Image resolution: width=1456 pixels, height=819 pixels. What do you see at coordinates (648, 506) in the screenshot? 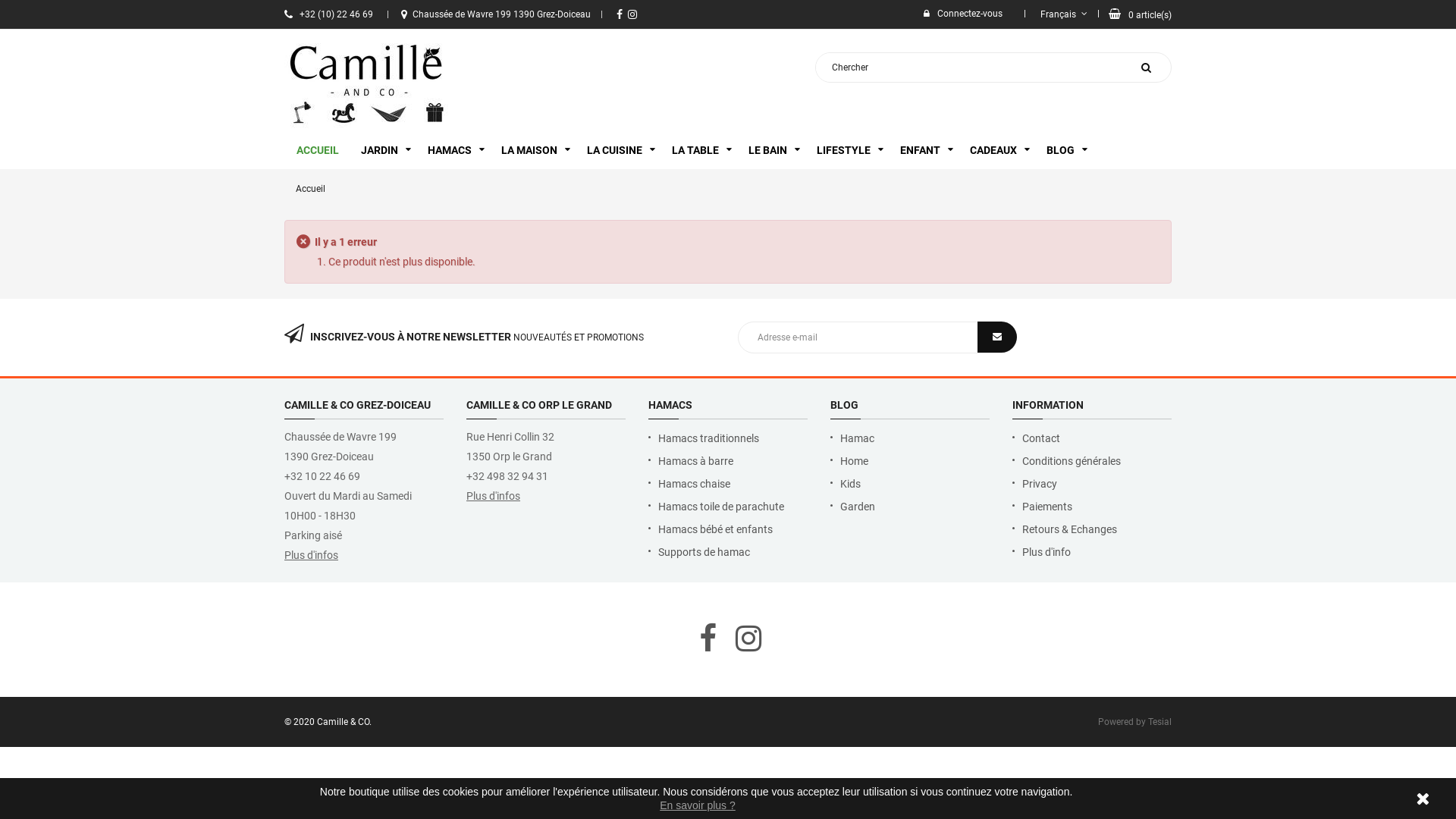
I see `'Hamacs toile de parachute'` at bounding box center [648, 506].